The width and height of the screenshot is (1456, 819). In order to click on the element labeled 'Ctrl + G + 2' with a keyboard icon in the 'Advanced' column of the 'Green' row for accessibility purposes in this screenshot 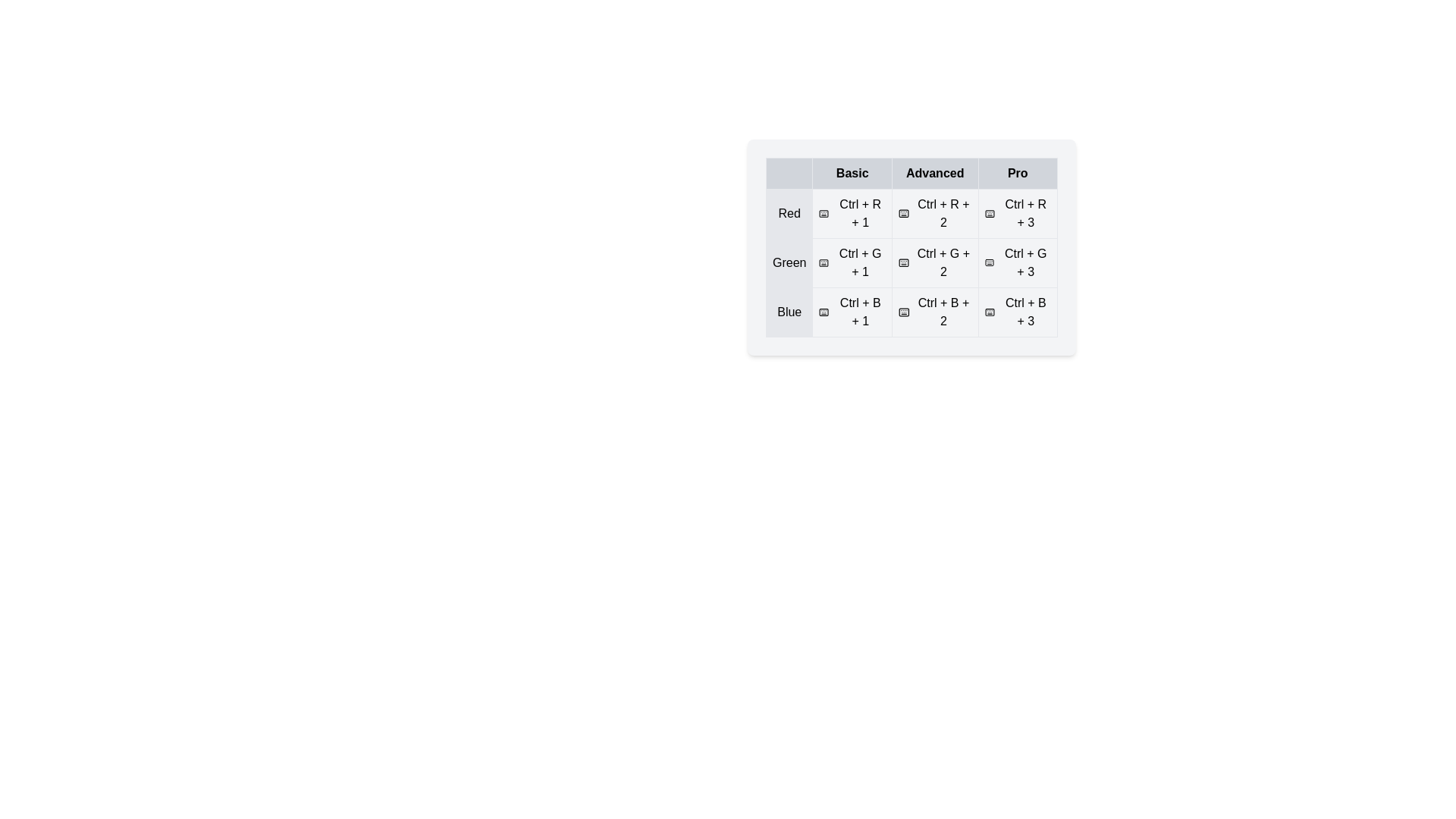, I will do `click(934, 262)`.